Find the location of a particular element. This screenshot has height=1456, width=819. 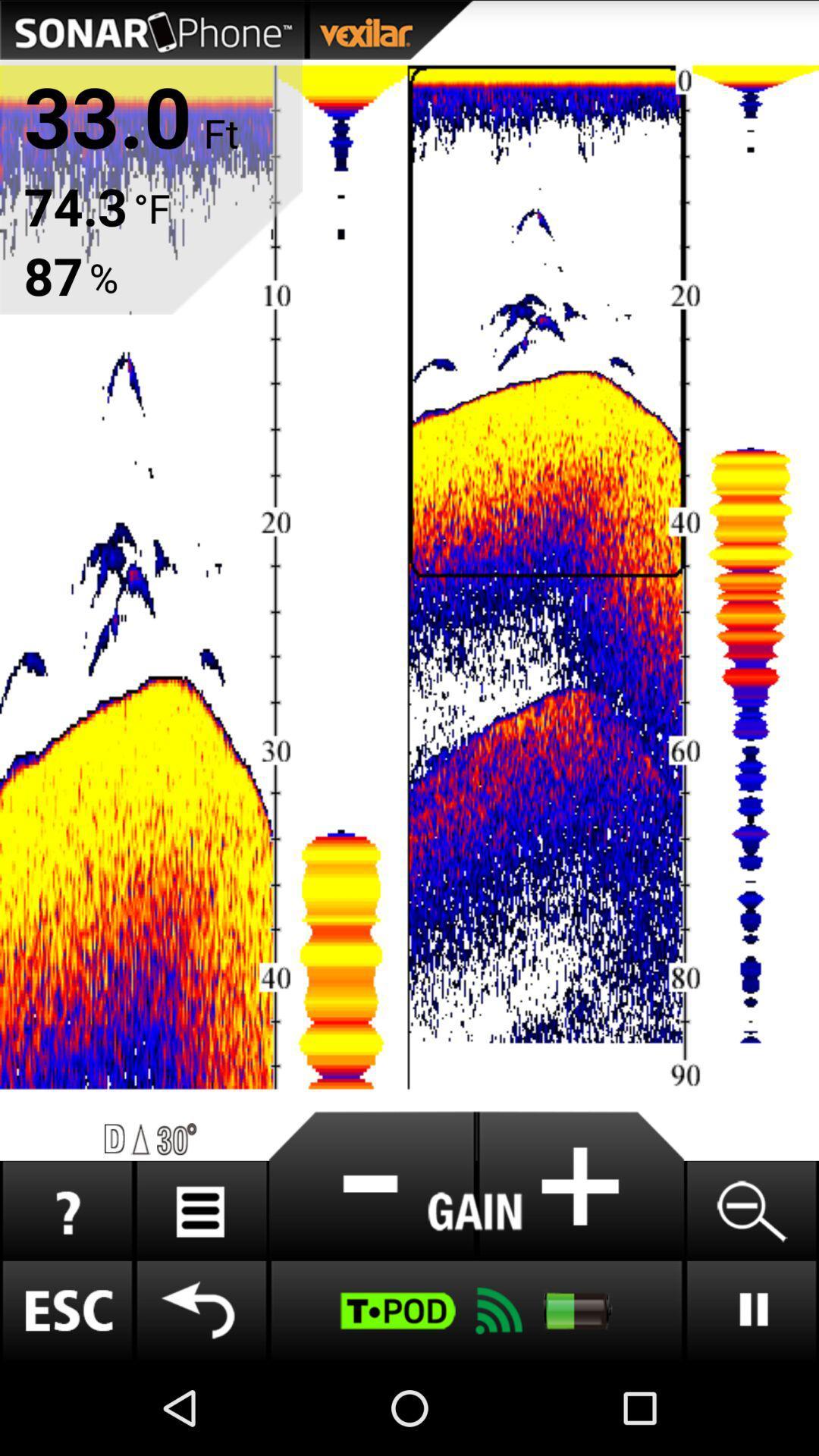

ingres sonar is located at coordinates (580, 1185).